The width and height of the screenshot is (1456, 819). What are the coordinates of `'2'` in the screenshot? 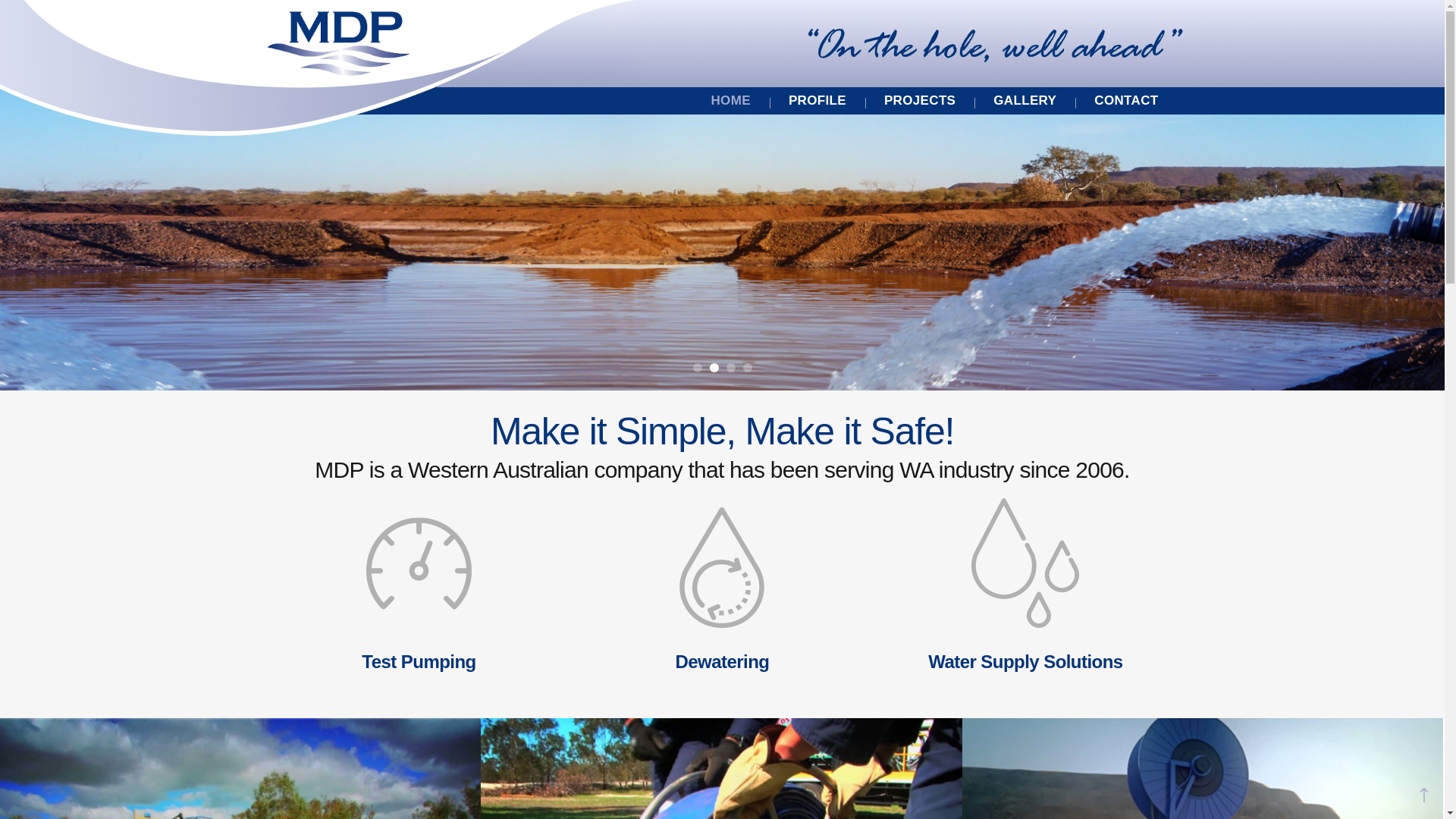 It's located at (713, 368).